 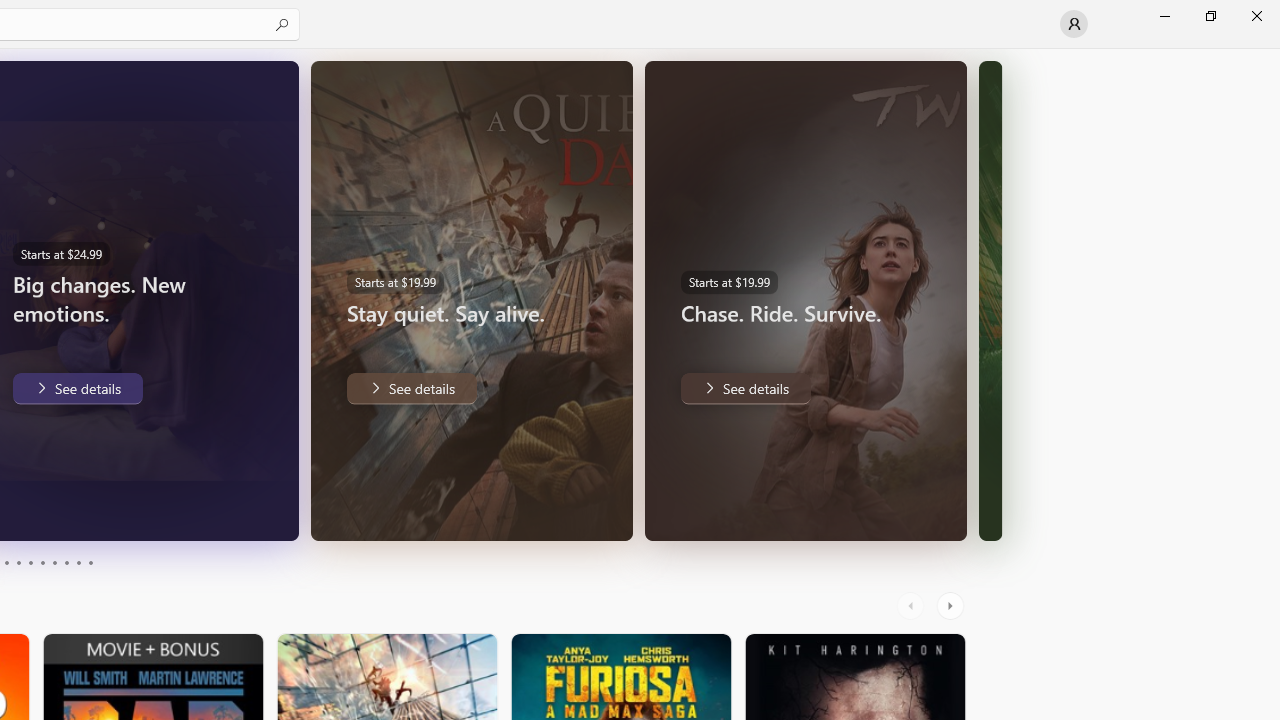 I want to click on 'Page 8', so click(x=65, y=563).